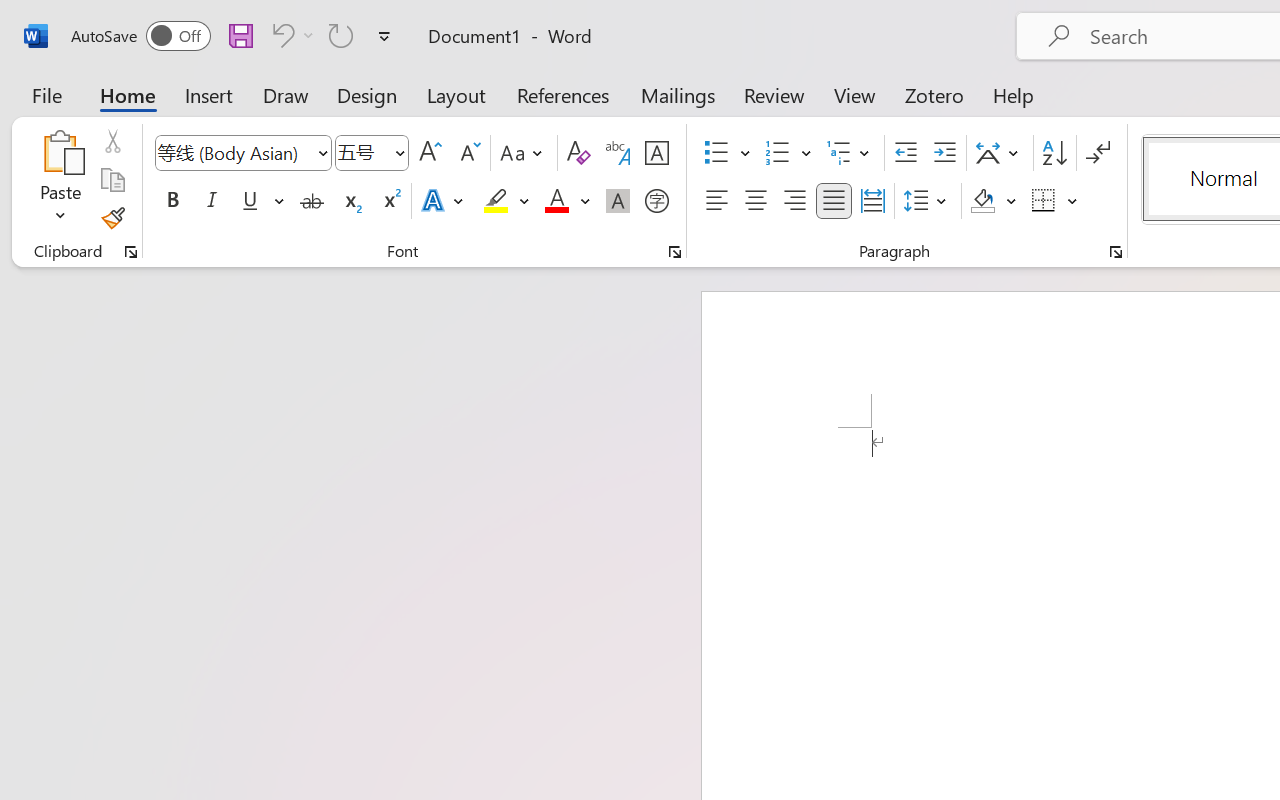 The width and height of the screenshot is (1280, 800). Describe the element at coordinates (289, 34) in the screenshot. I see `'Can'` at that location.